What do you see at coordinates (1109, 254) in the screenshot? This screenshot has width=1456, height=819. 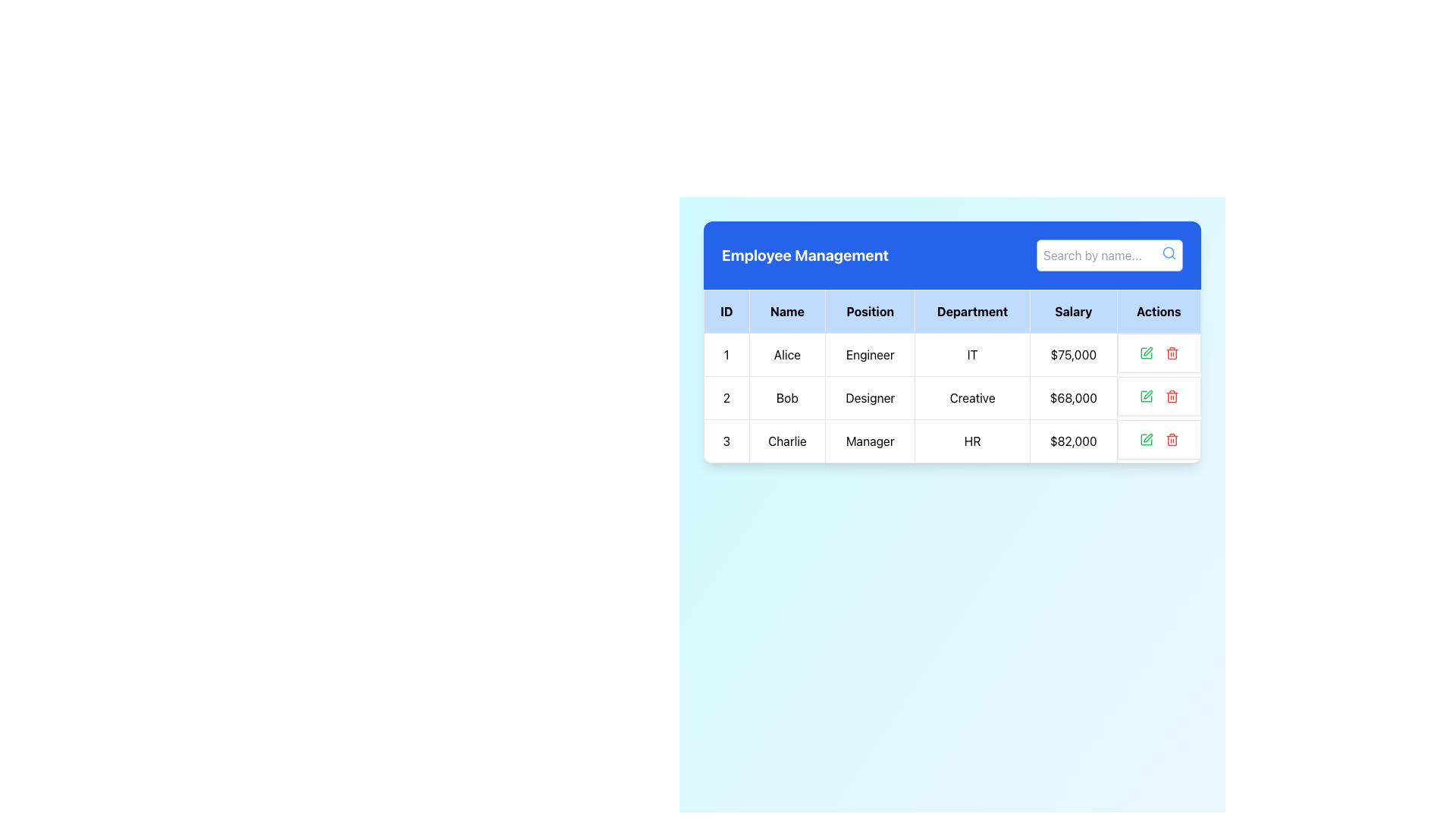 I see `the light gray text input box with rounded corners and a blue border in the top-right corner of the 'Employee Management' header` at bounding box center [1109, 254].